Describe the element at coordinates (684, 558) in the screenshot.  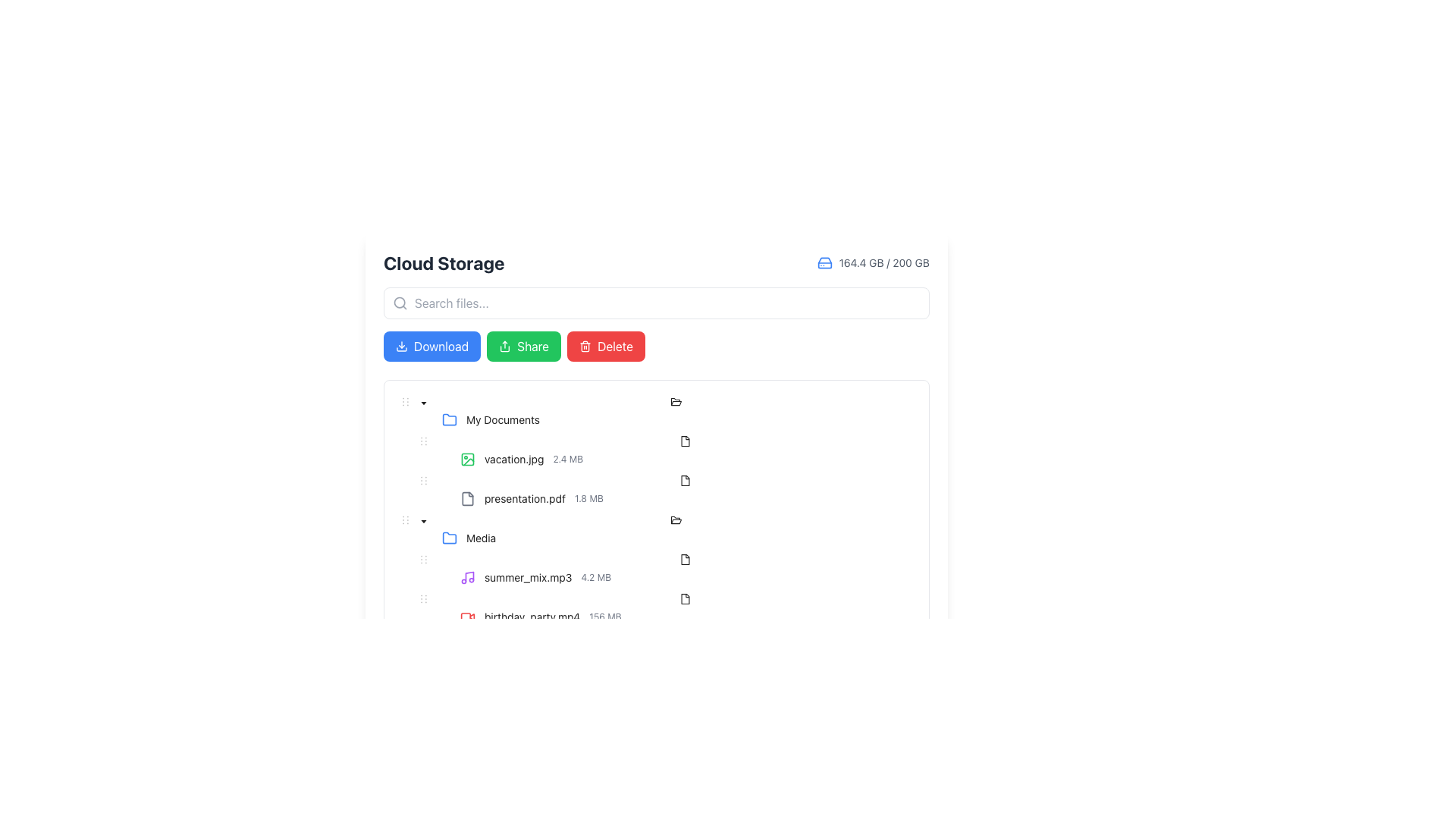
I see `the file icon representing 'birthday_party.mp4' in the Media folder list` at that location.